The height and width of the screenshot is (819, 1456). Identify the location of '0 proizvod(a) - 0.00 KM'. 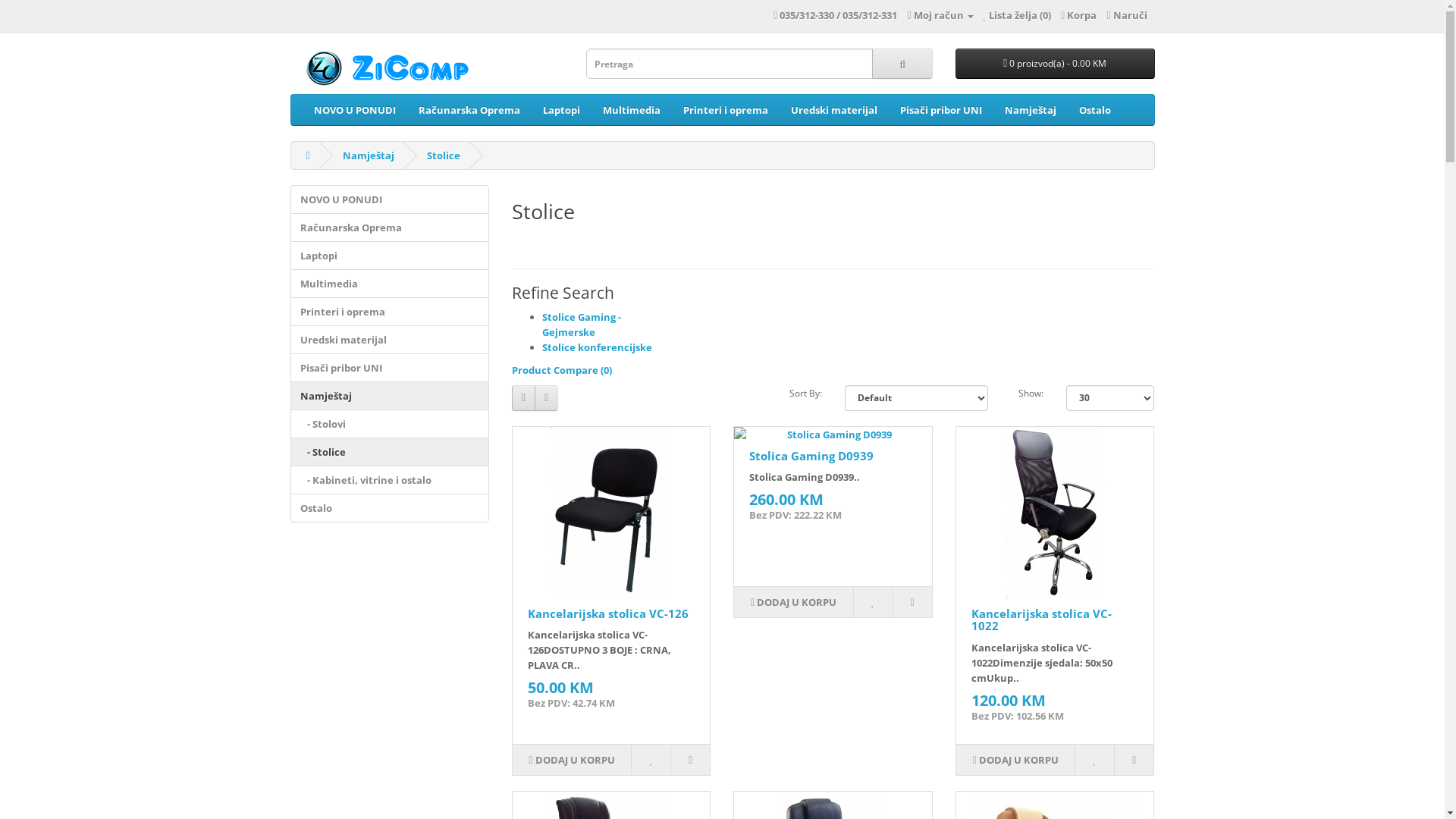
(1054, 63).